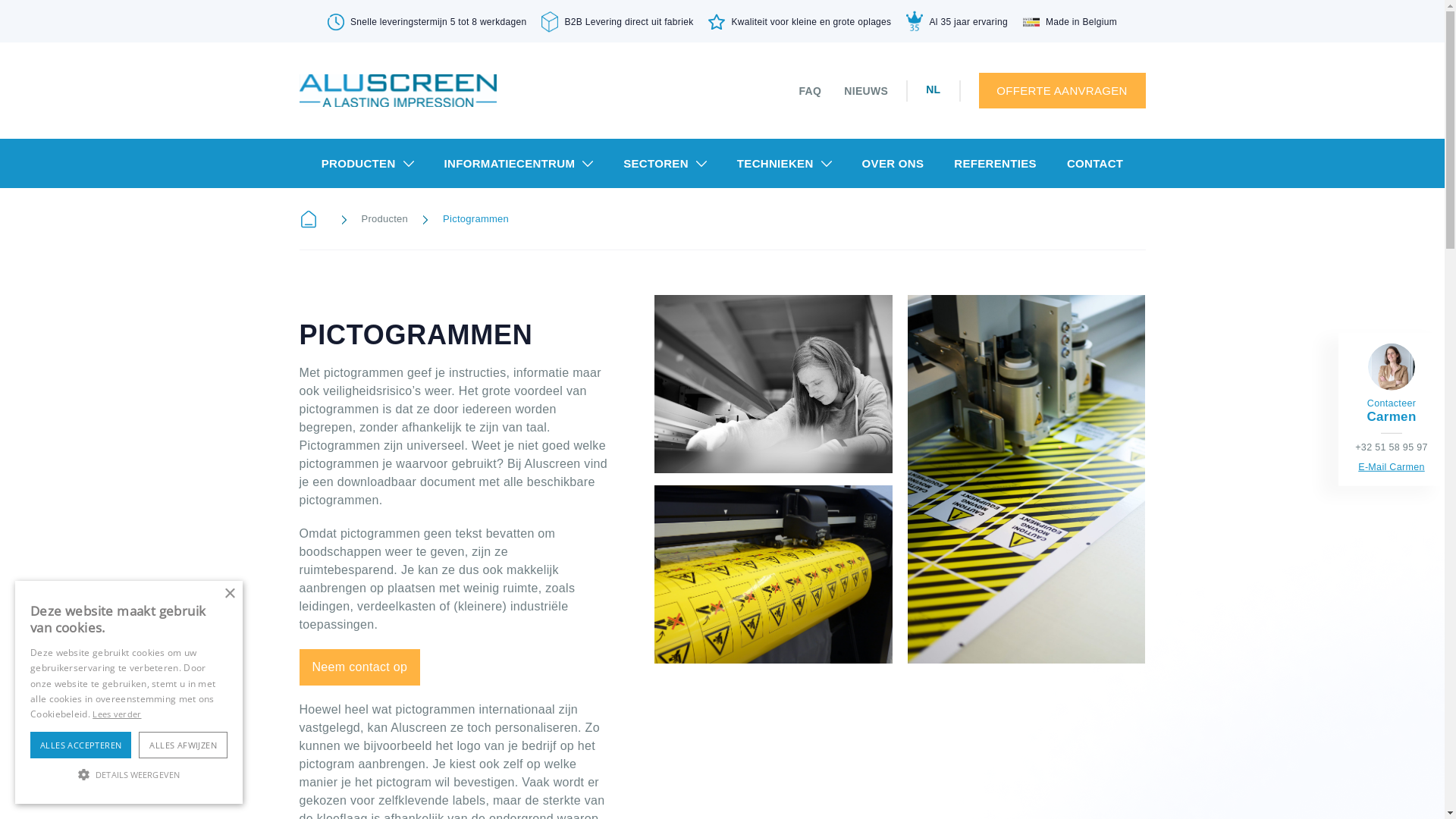 The height and width of the screenshot is (819, 1456). Describe the element at coordinates (298, 666) in the screenshot. I see `'Neem contact op'` at that location.